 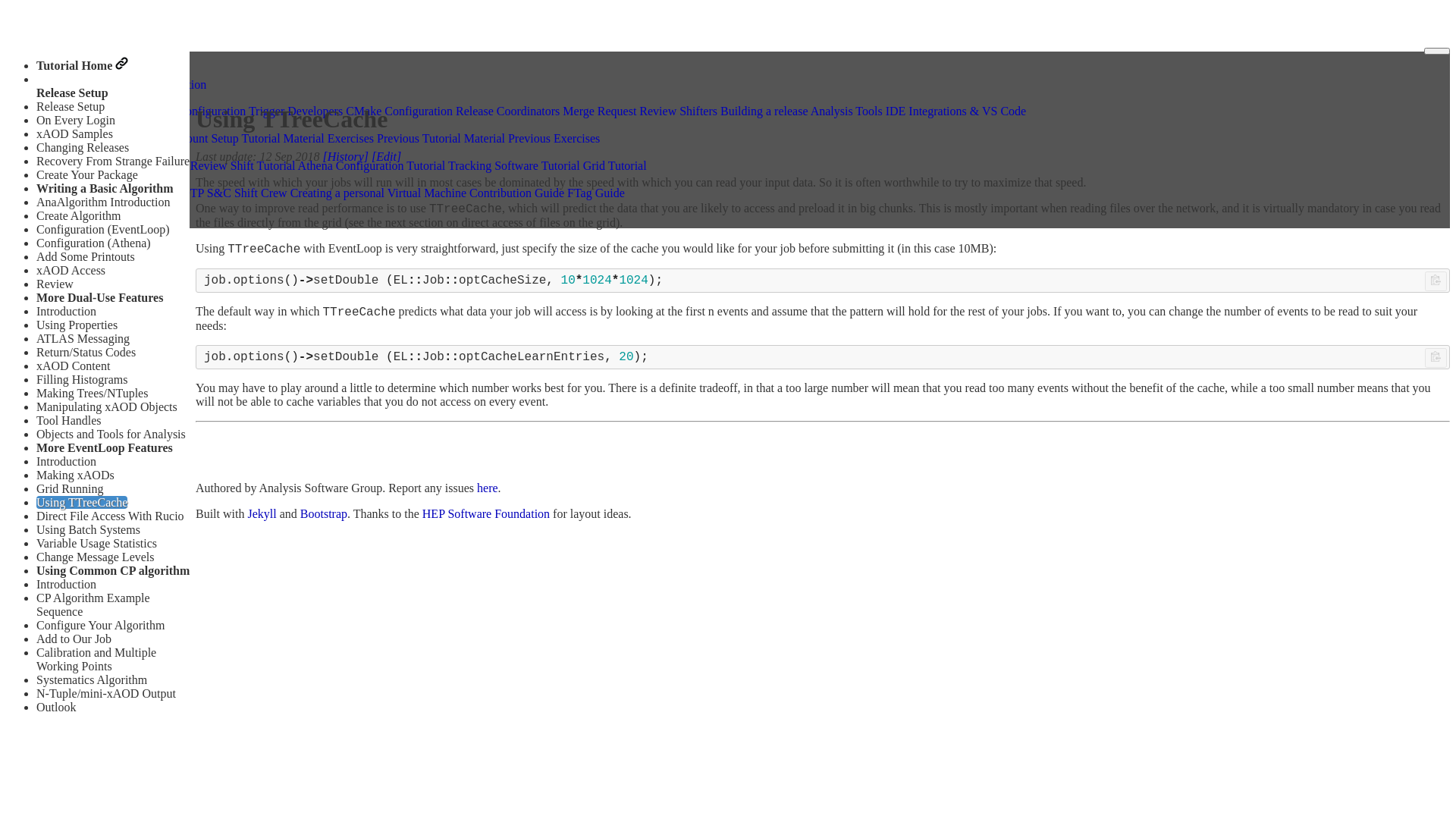 I want to click on 'xAOD Content', so click(x=72, y=366).